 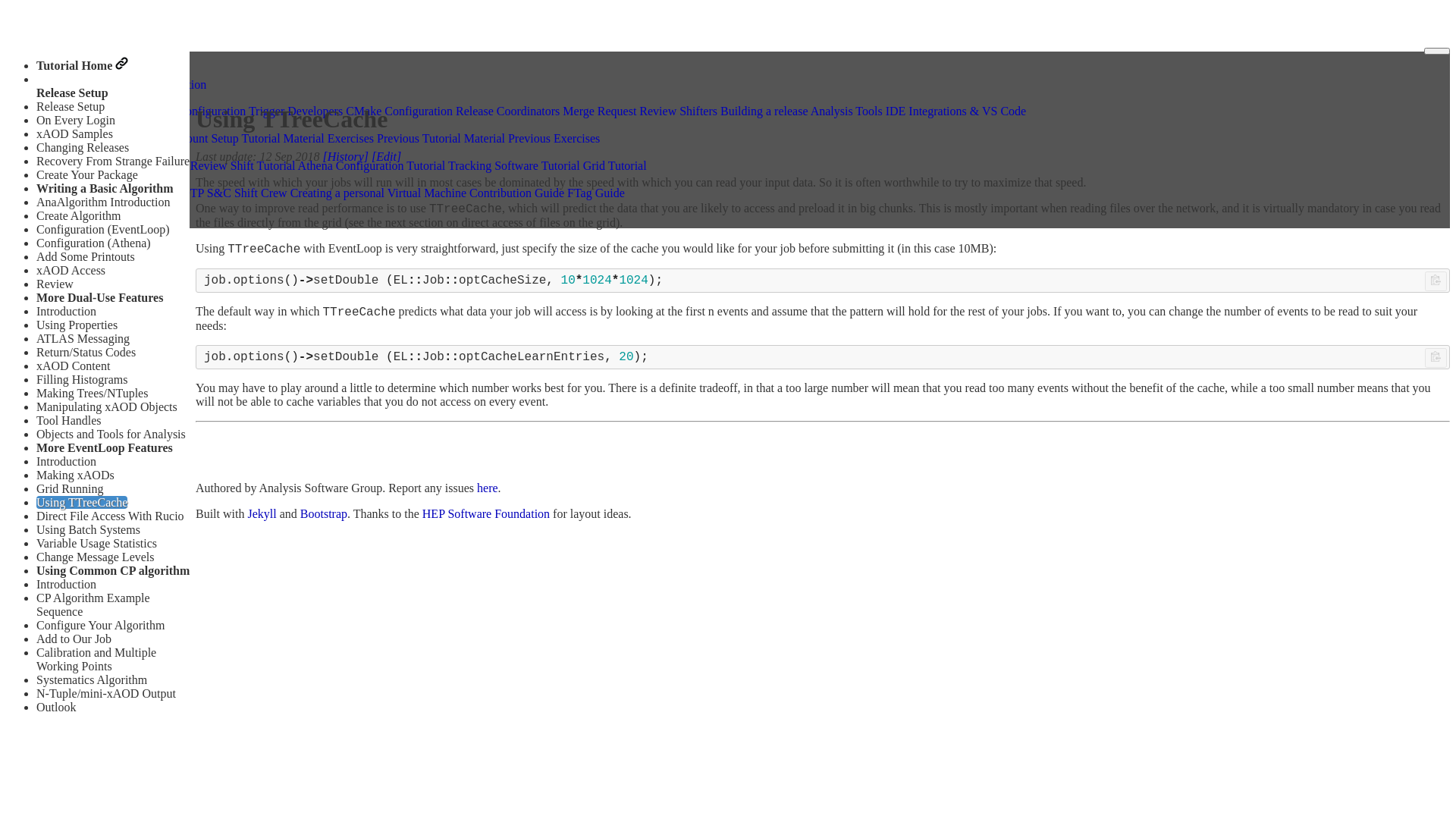 I want to click on 'xAOD Content', so click(x=72, y=366).